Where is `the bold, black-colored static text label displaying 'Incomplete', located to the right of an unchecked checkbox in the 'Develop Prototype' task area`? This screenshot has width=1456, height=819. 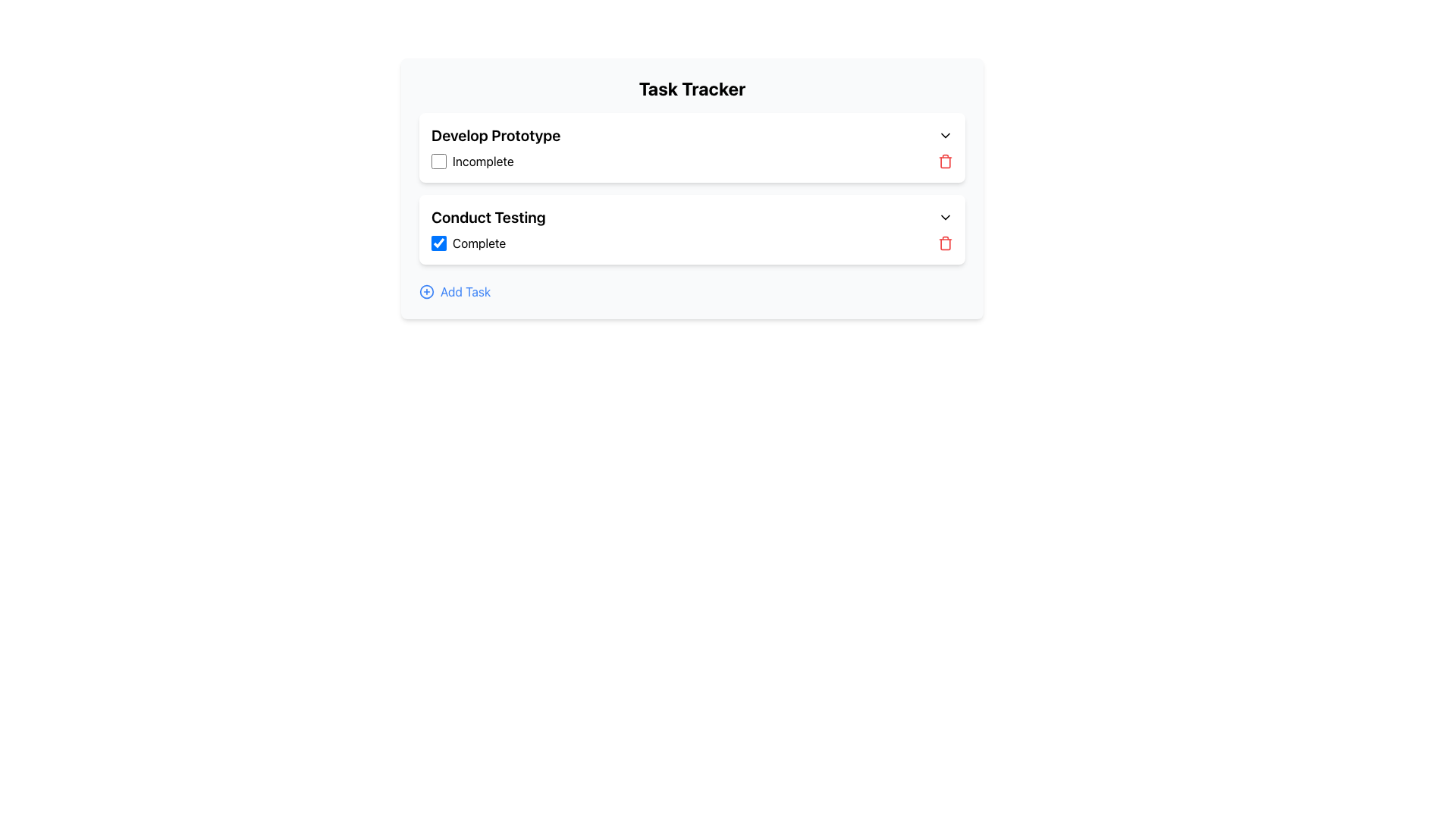
the bold, black-colored static text label displaying 'Incomplete', located to the right of an unchecked checkbox in the 'Develop Prototype' task area is located at coordinates (482, 161).